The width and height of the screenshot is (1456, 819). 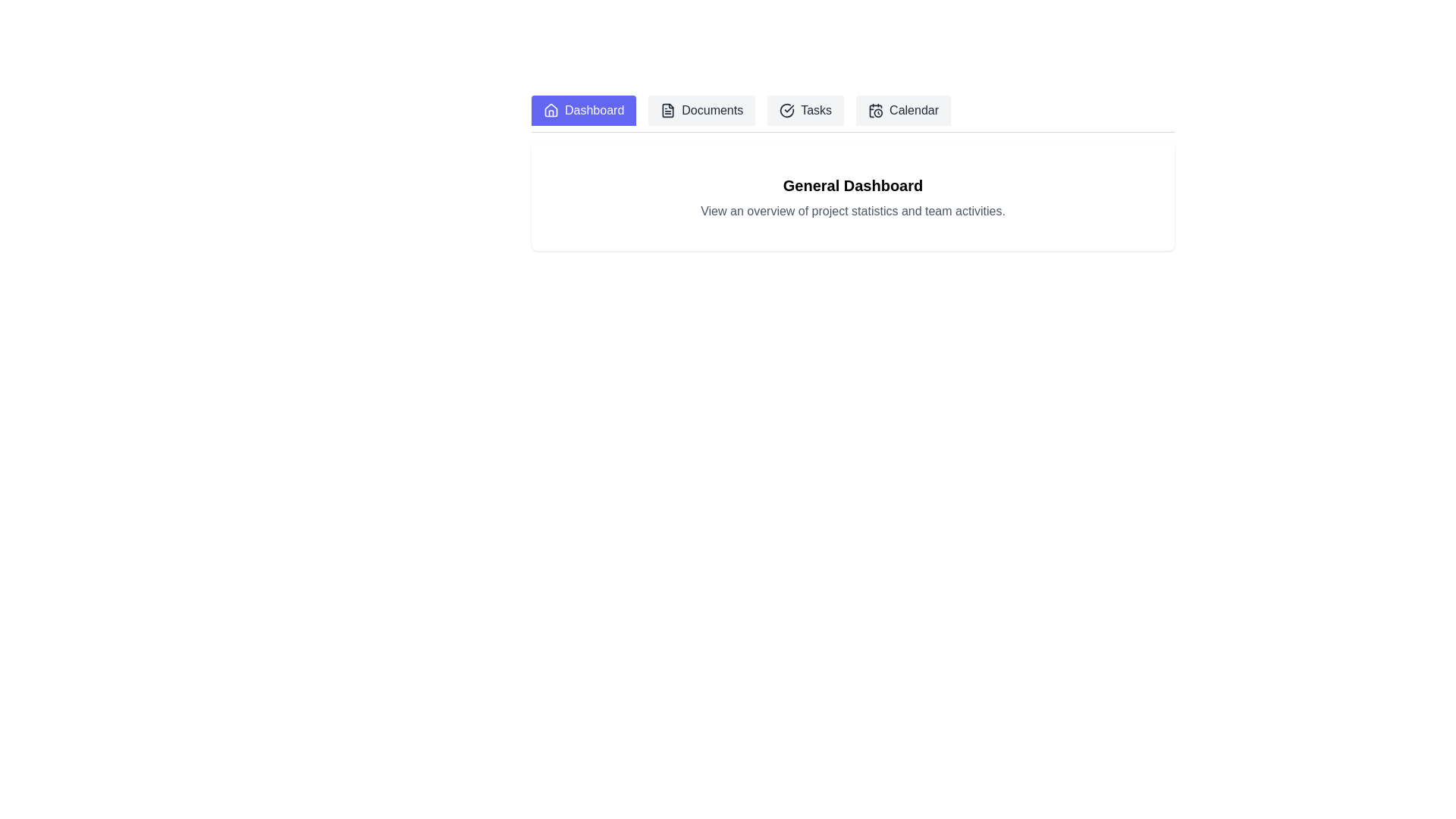 I want to click on the 'General Dashboard' heading, which serves as the title for the section and is located near the upper center of the interface, so click(x=852, y=185).